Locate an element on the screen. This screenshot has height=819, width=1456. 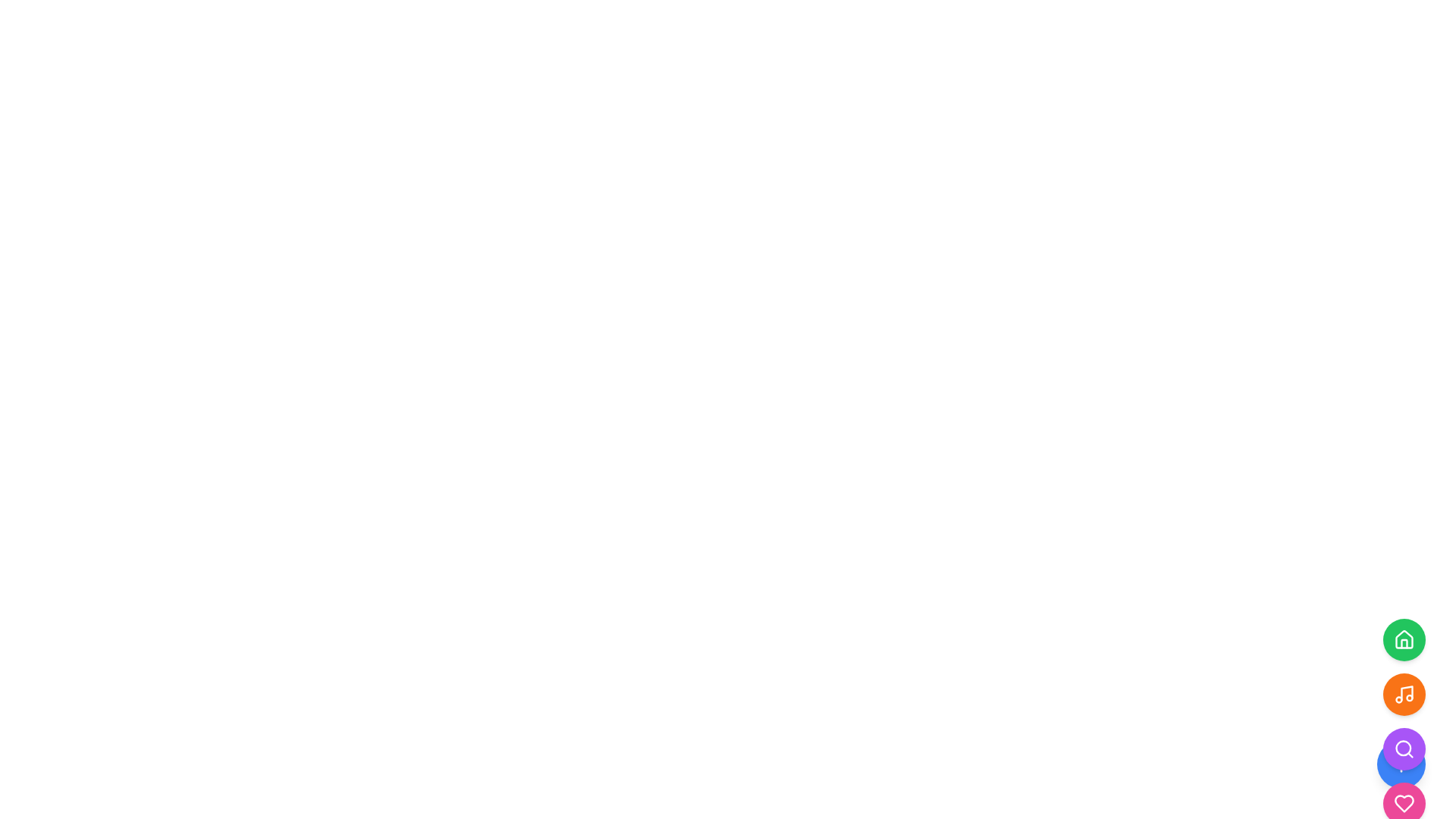
the heart-shaped icon button with a pink border is located at coordinates (1404, 803).